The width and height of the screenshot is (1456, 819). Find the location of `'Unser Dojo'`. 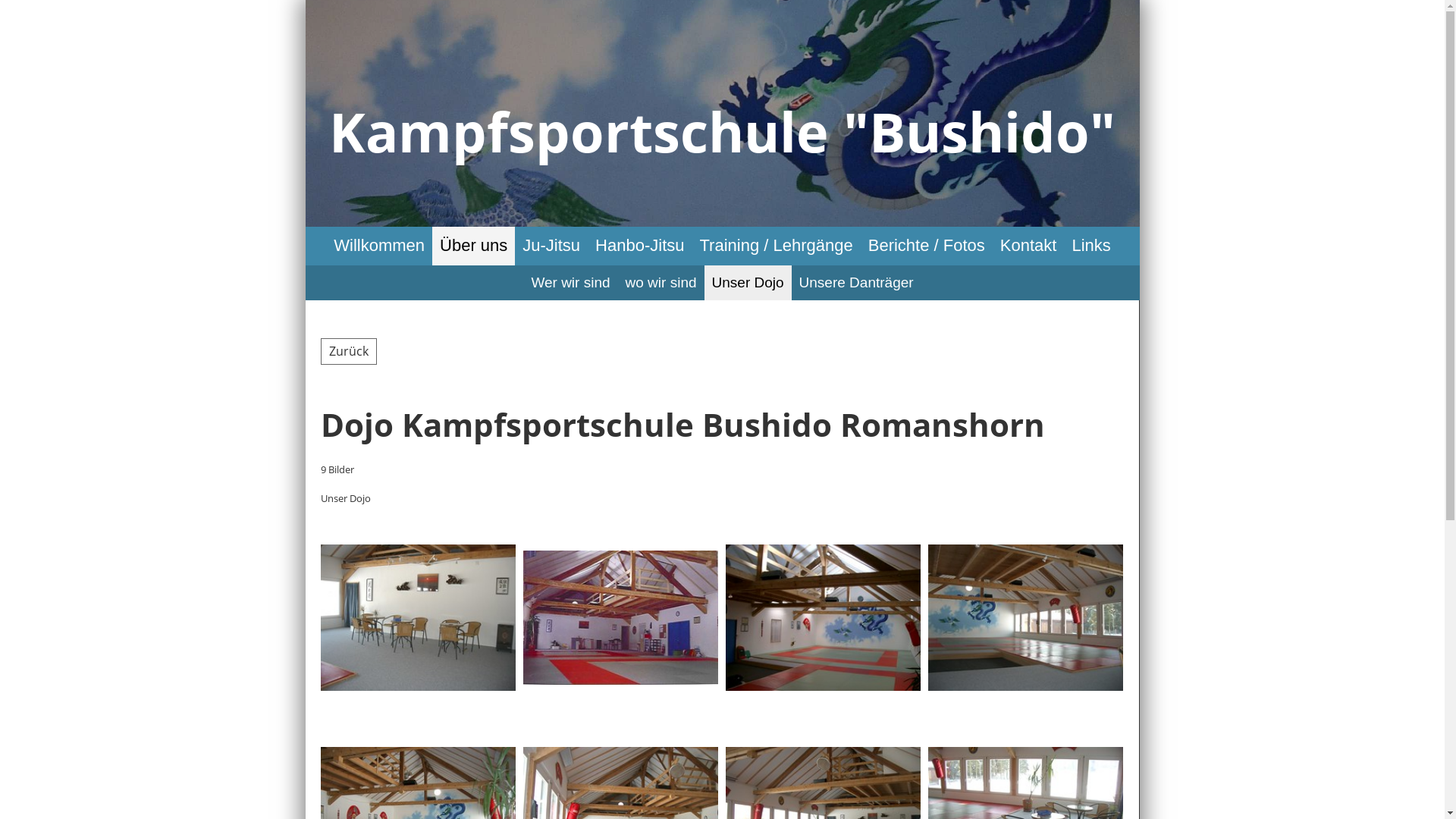

'Unser Dojo' is located at coordinates (748, 283).